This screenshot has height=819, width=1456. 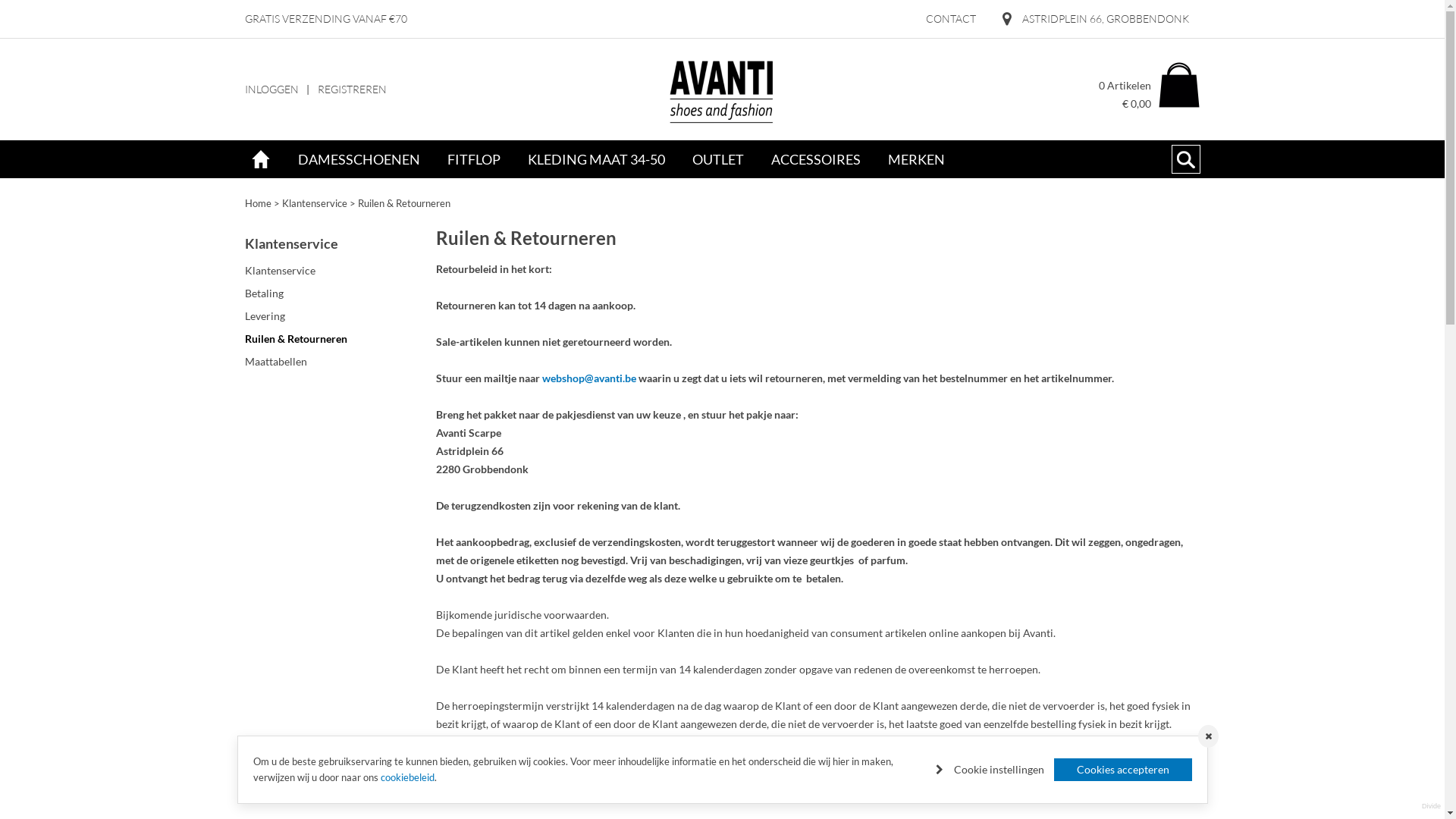 What do you see at coordinates (1123, 769) in the screenshot?
I see `'Cookies accepteren'` at bounding box center [1123, 769].